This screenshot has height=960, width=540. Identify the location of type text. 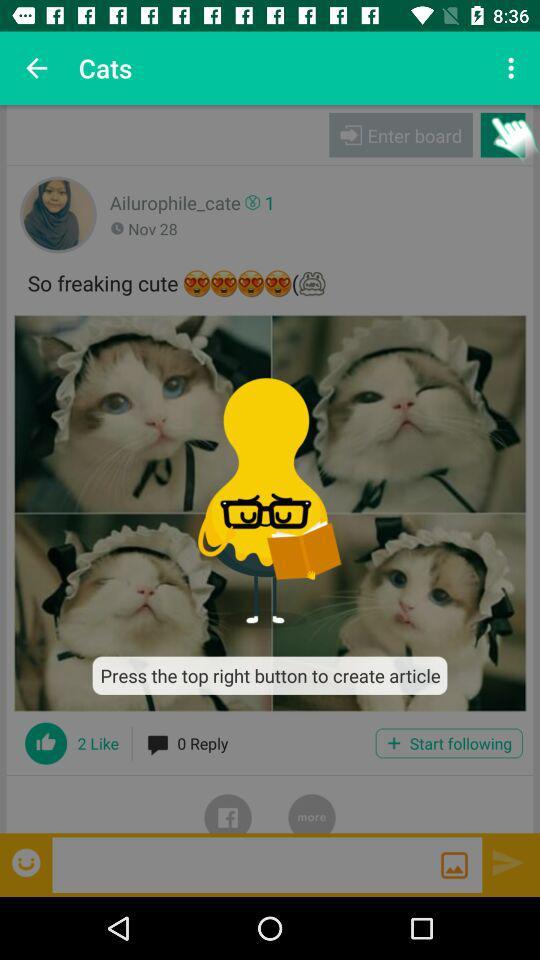
(246, 863).